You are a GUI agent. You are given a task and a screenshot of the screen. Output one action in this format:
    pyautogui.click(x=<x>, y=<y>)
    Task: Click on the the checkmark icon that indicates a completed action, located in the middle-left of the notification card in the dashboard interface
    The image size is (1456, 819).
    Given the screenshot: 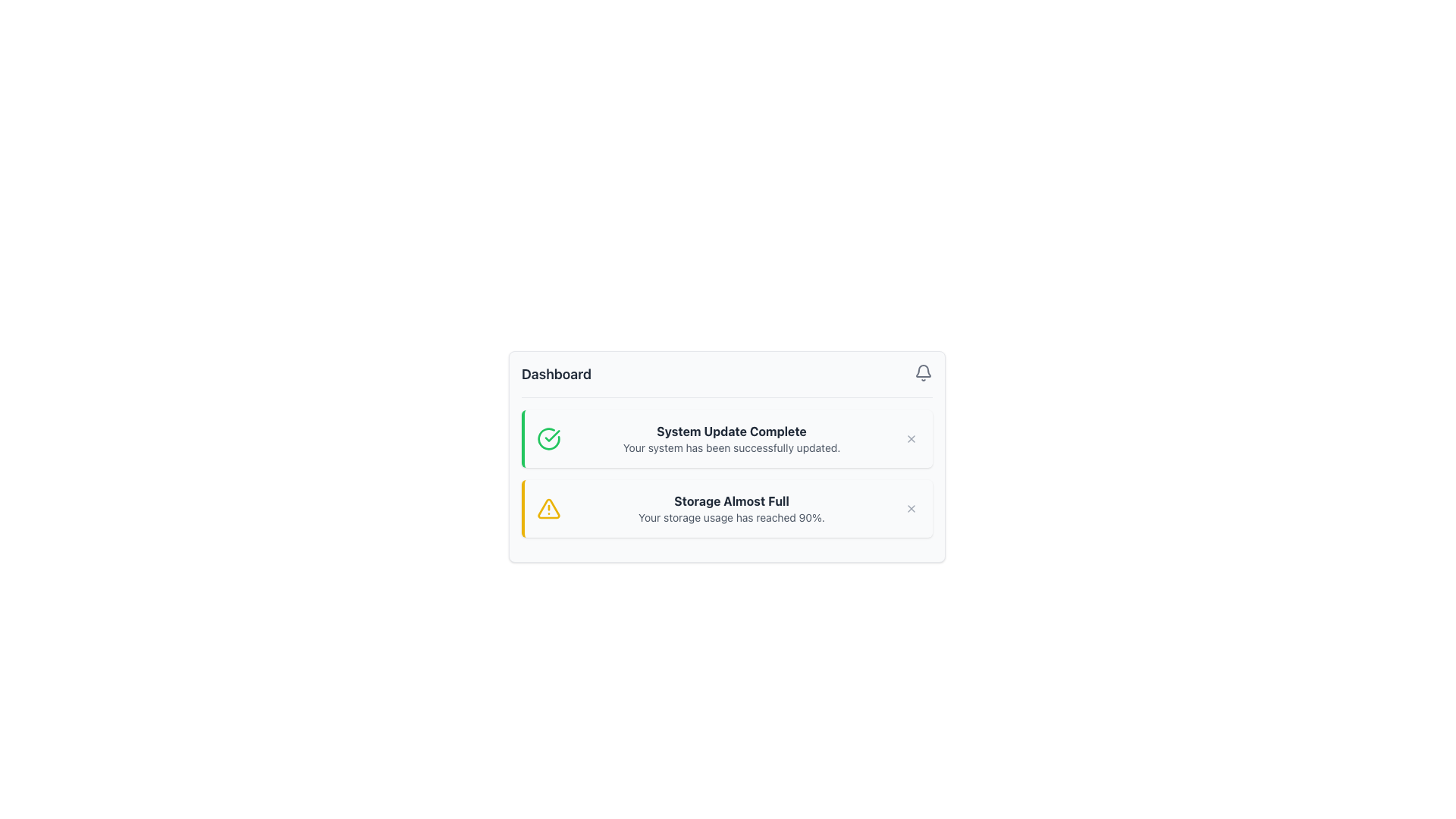 What is the action you would take?
    pyautogui.click(x=551, y=435)
    